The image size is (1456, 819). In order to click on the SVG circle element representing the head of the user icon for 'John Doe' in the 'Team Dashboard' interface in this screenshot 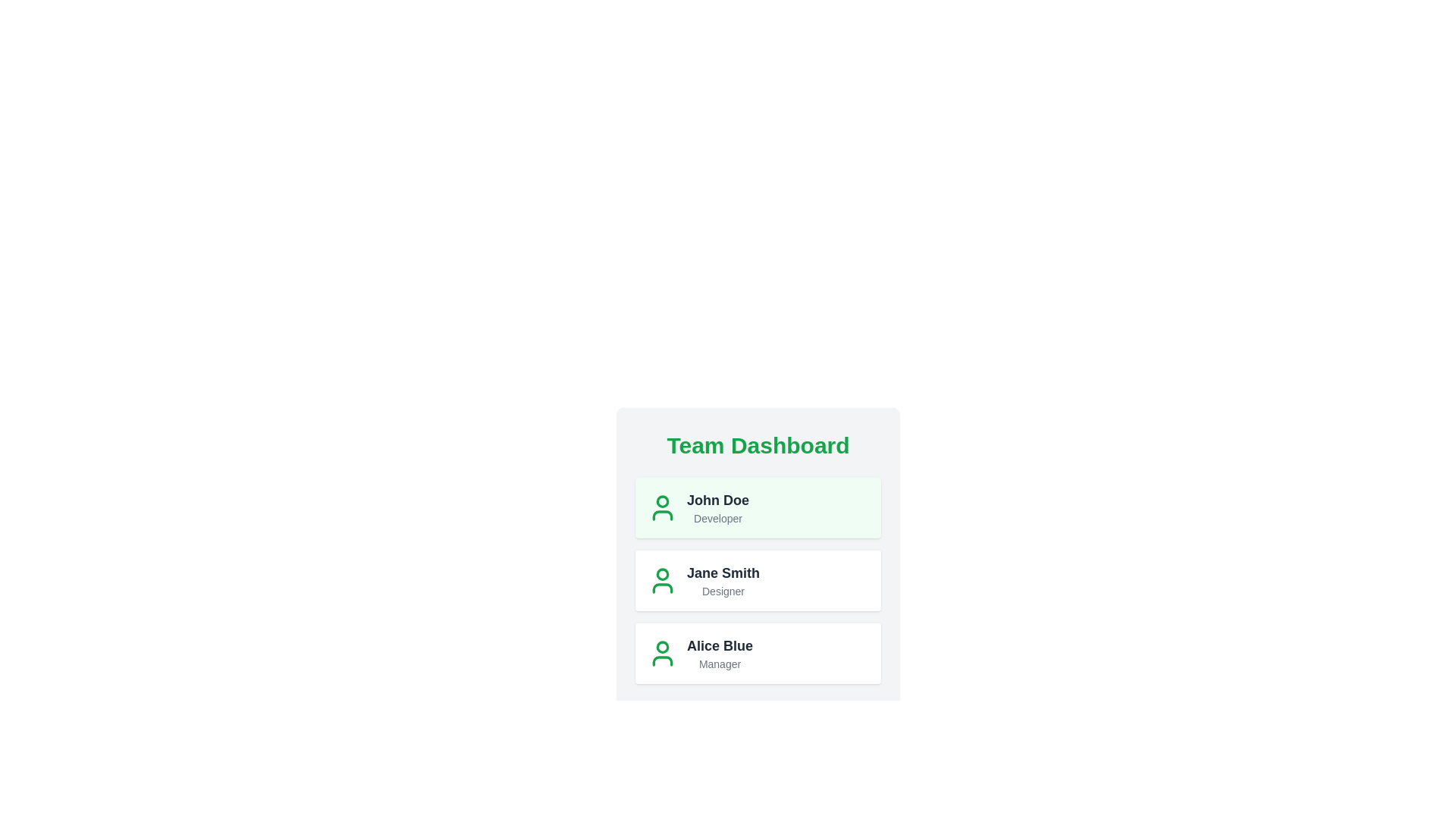, I will do `click(662, 500)`.